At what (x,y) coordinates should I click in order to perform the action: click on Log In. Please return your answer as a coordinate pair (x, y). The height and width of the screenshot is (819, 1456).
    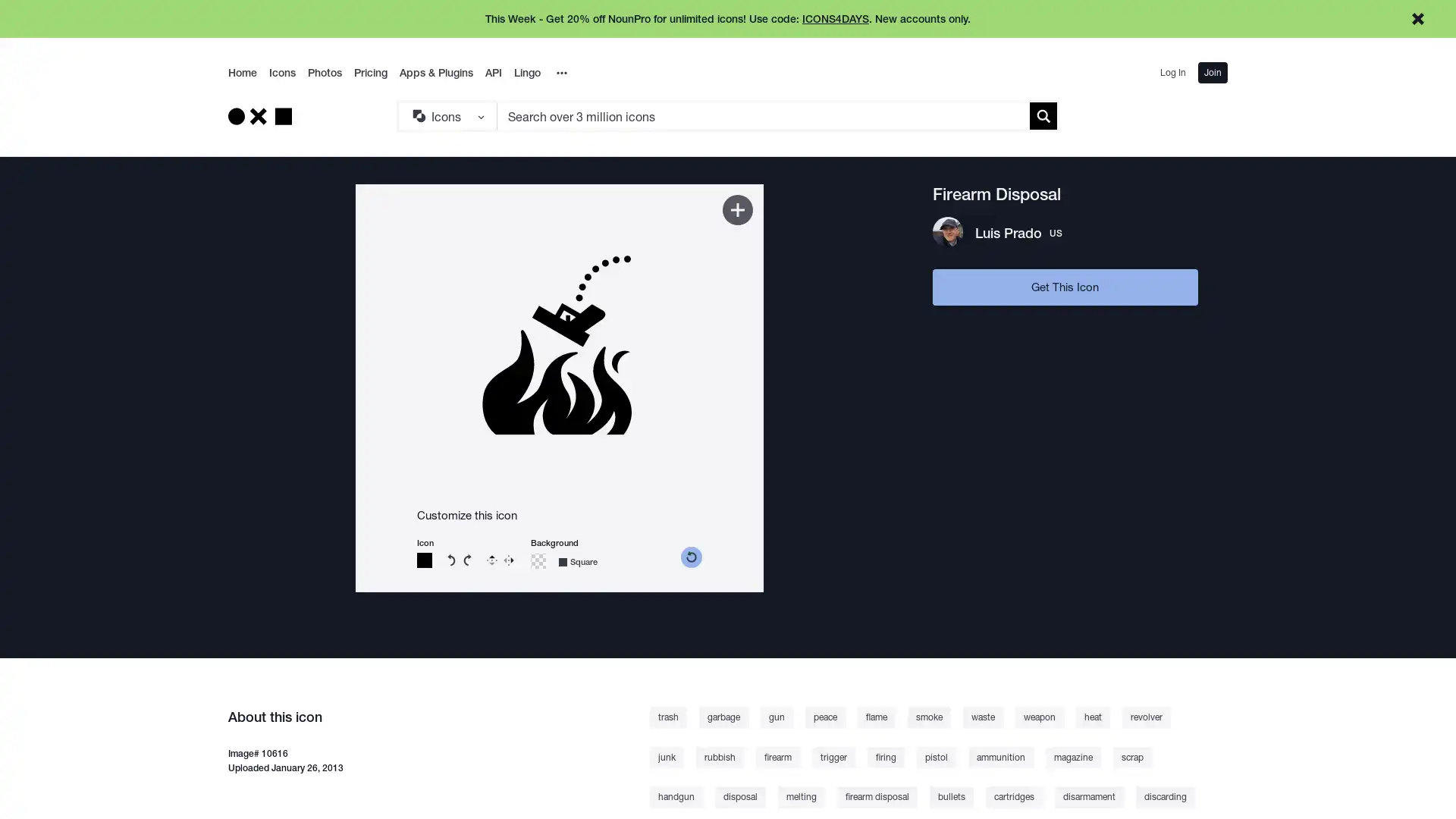
    Looking at the image, I should click on (1172, 73).